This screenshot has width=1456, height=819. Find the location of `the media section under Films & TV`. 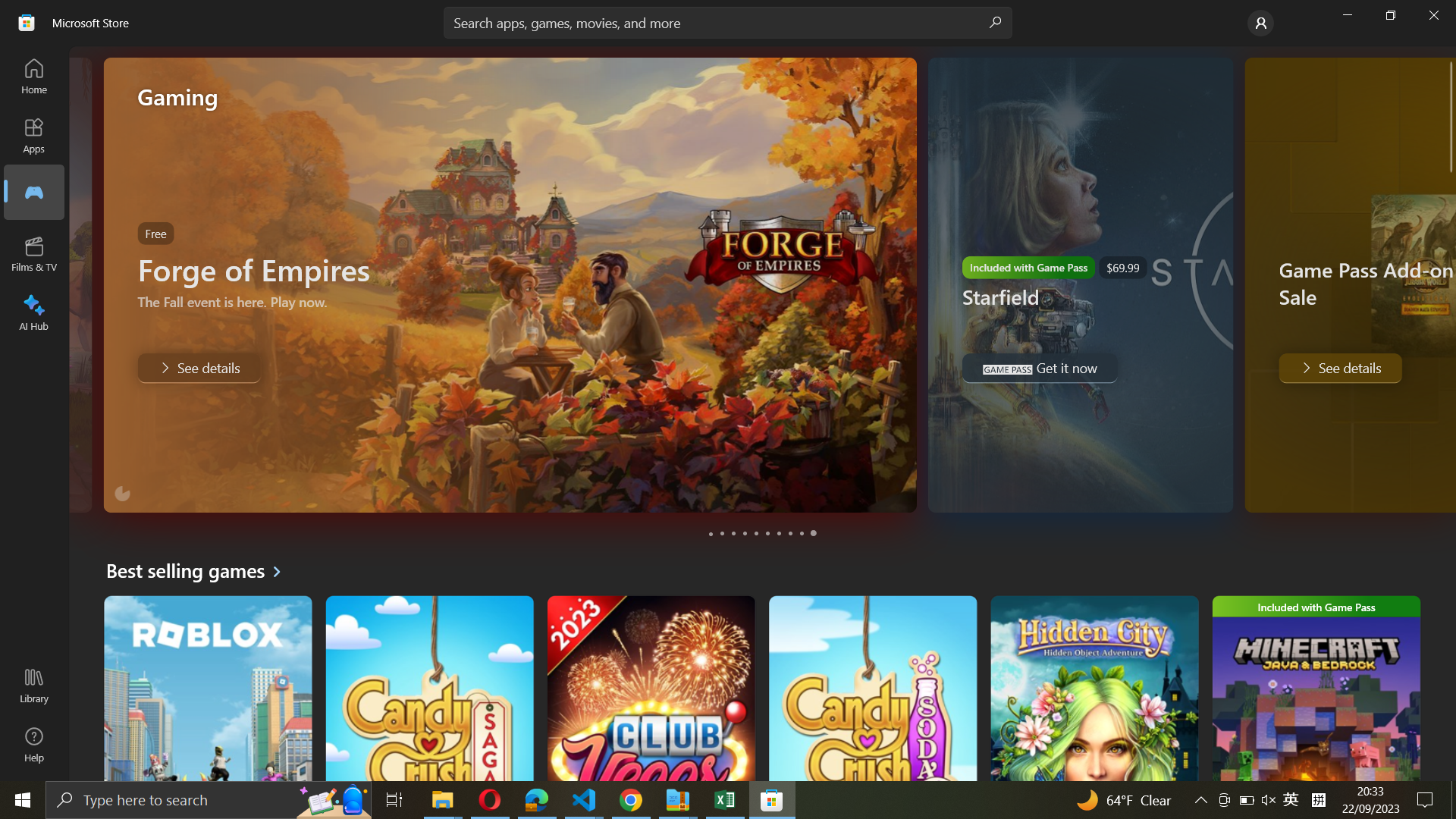

the media section under Films & TV is located at coordinates (33, 191).